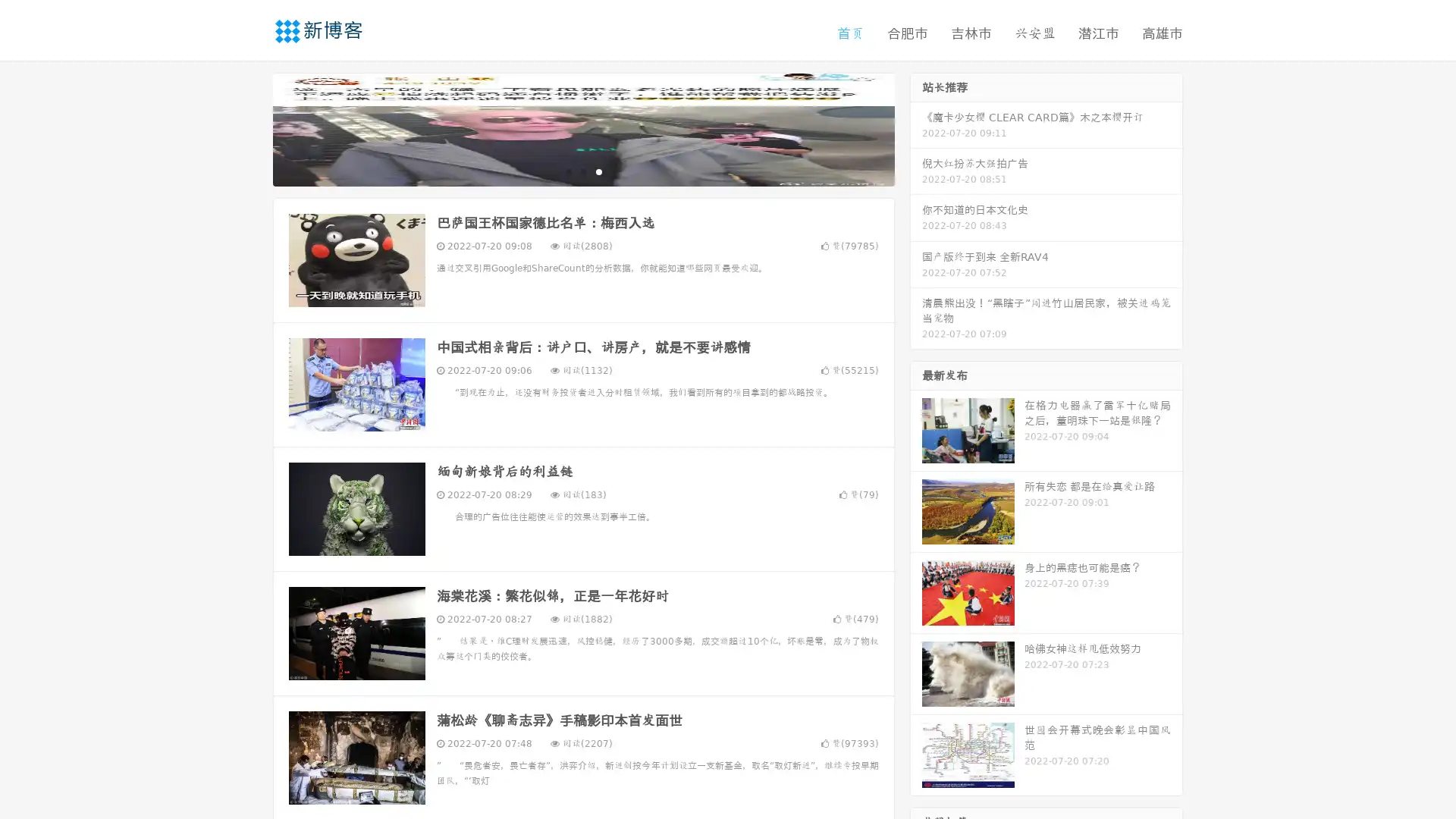  Describe the element at coordinates (582, 171) in the screenshot. I see `Go to slide 2` at that location.